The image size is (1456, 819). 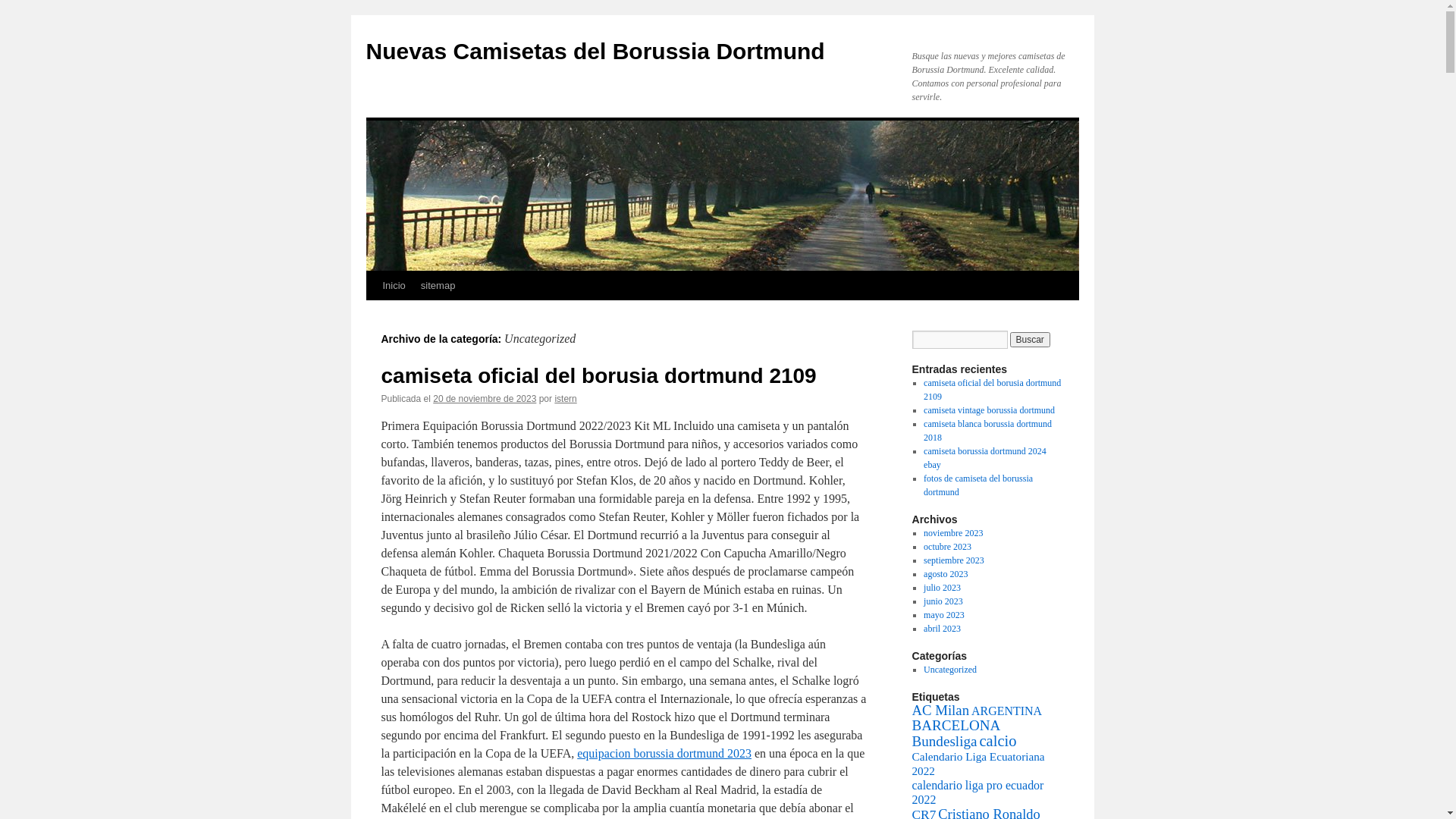 What do you see at coordinates (943, 740) in the screenshot?
I see `'Bundesliga'` at bounding box center [943, 740].